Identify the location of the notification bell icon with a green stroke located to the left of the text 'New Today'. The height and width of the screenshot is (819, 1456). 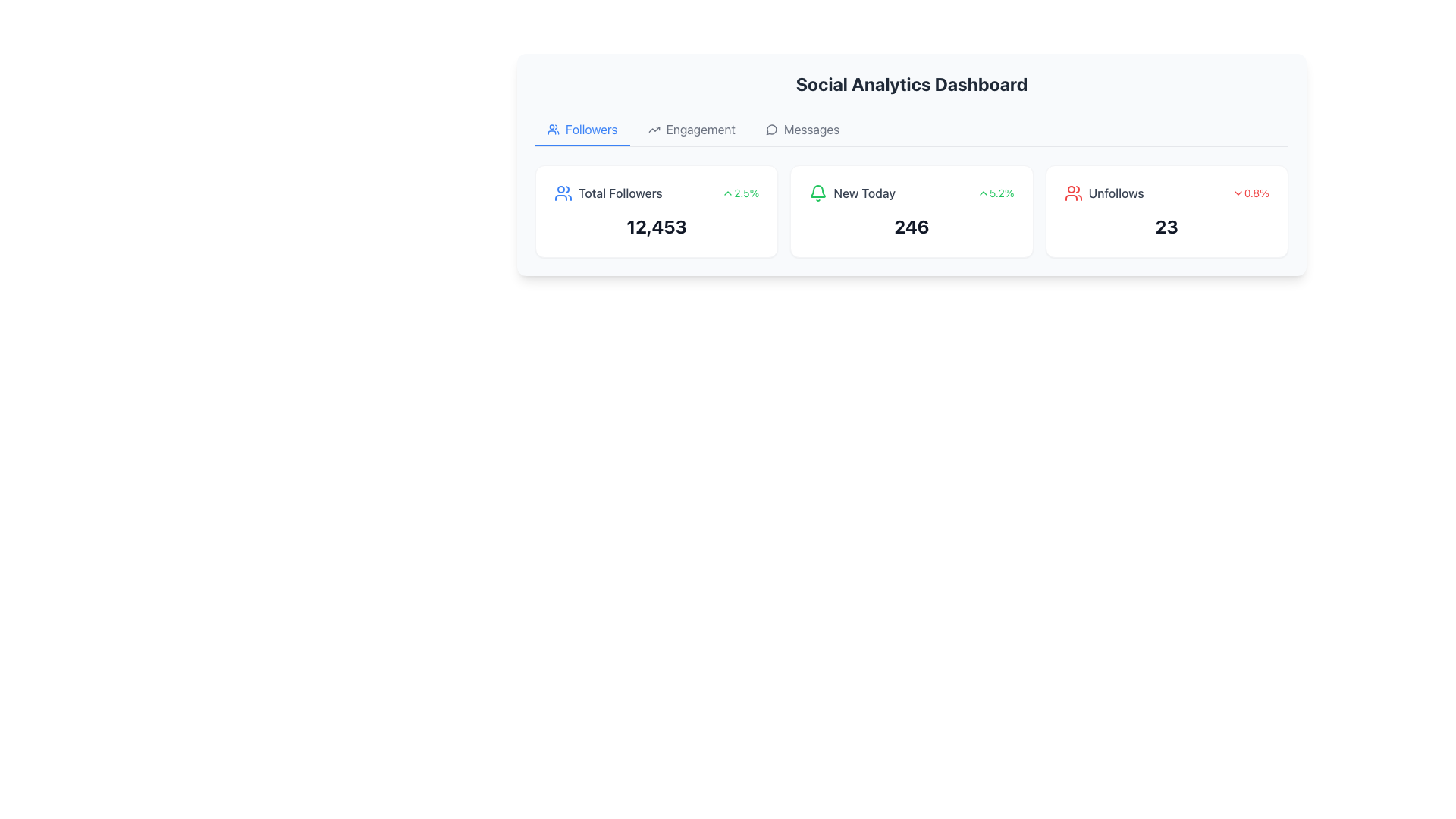
(817, 192).